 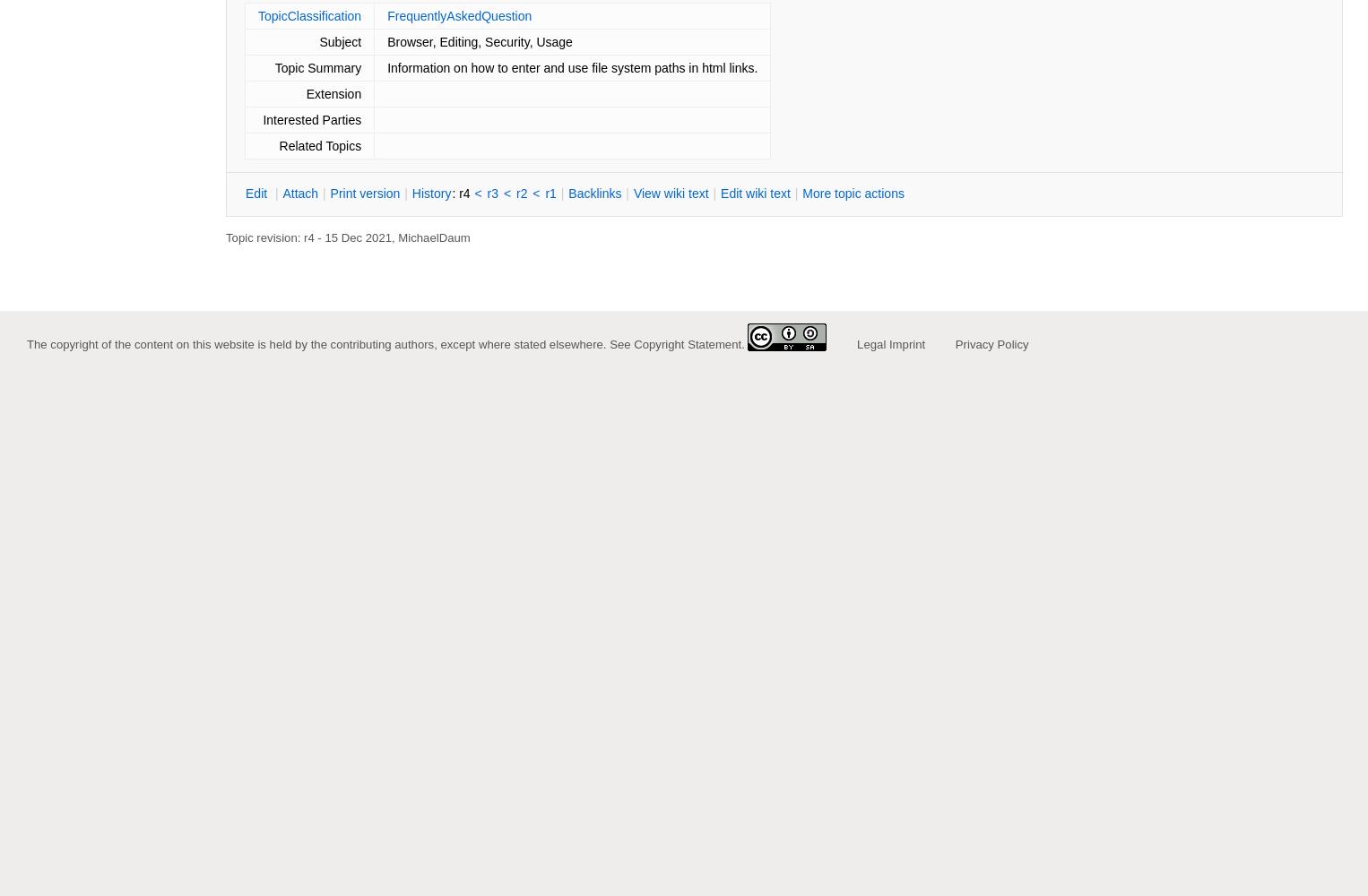 I want to click on 'ttach', so click(x=290, y=193).